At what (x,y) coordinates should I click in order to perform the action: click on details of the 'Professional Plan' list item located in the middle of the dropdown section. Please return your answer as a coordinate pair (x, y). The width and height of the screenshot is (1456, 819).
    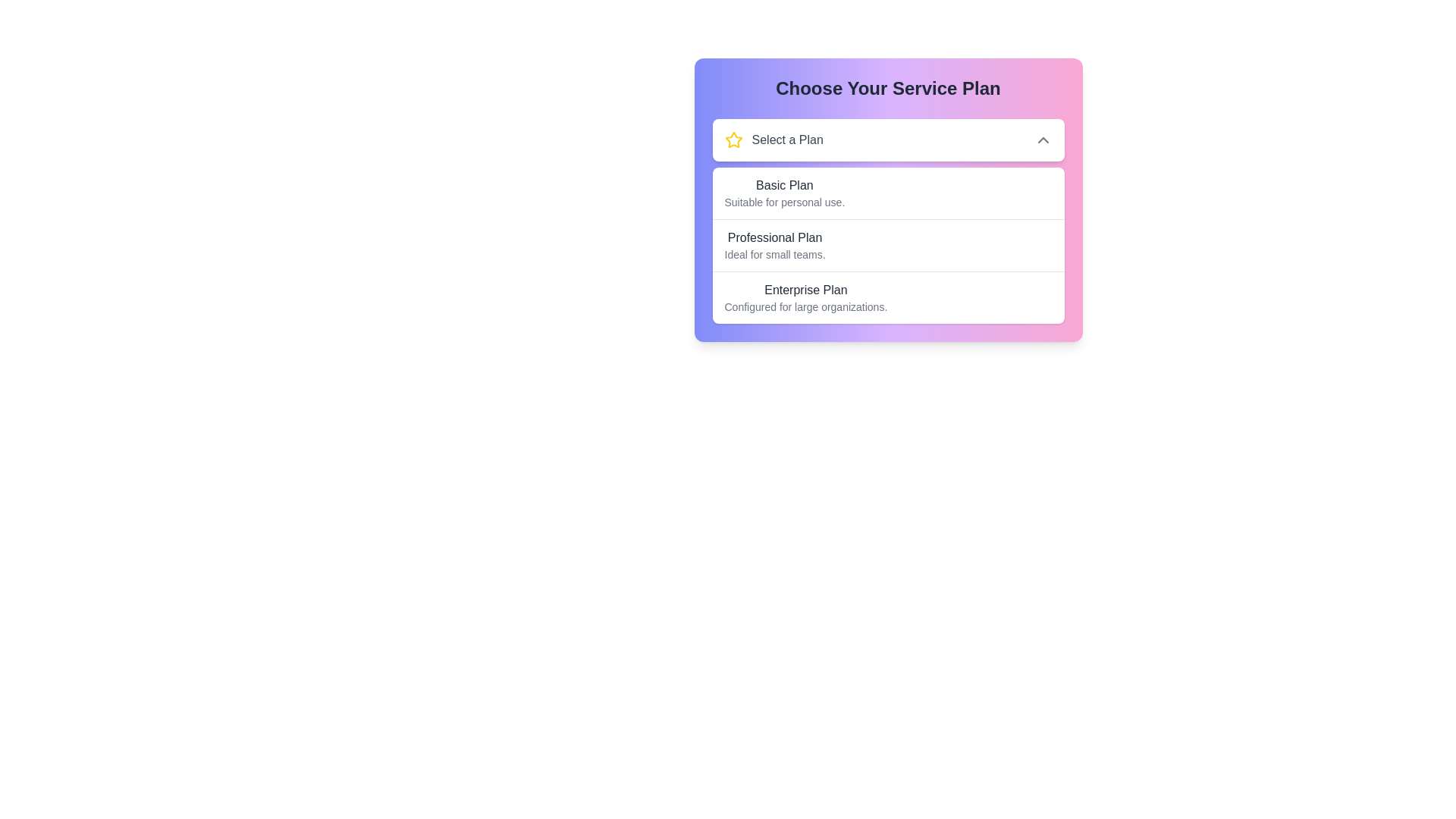
    Looking at the image, I should click on (888, 245).